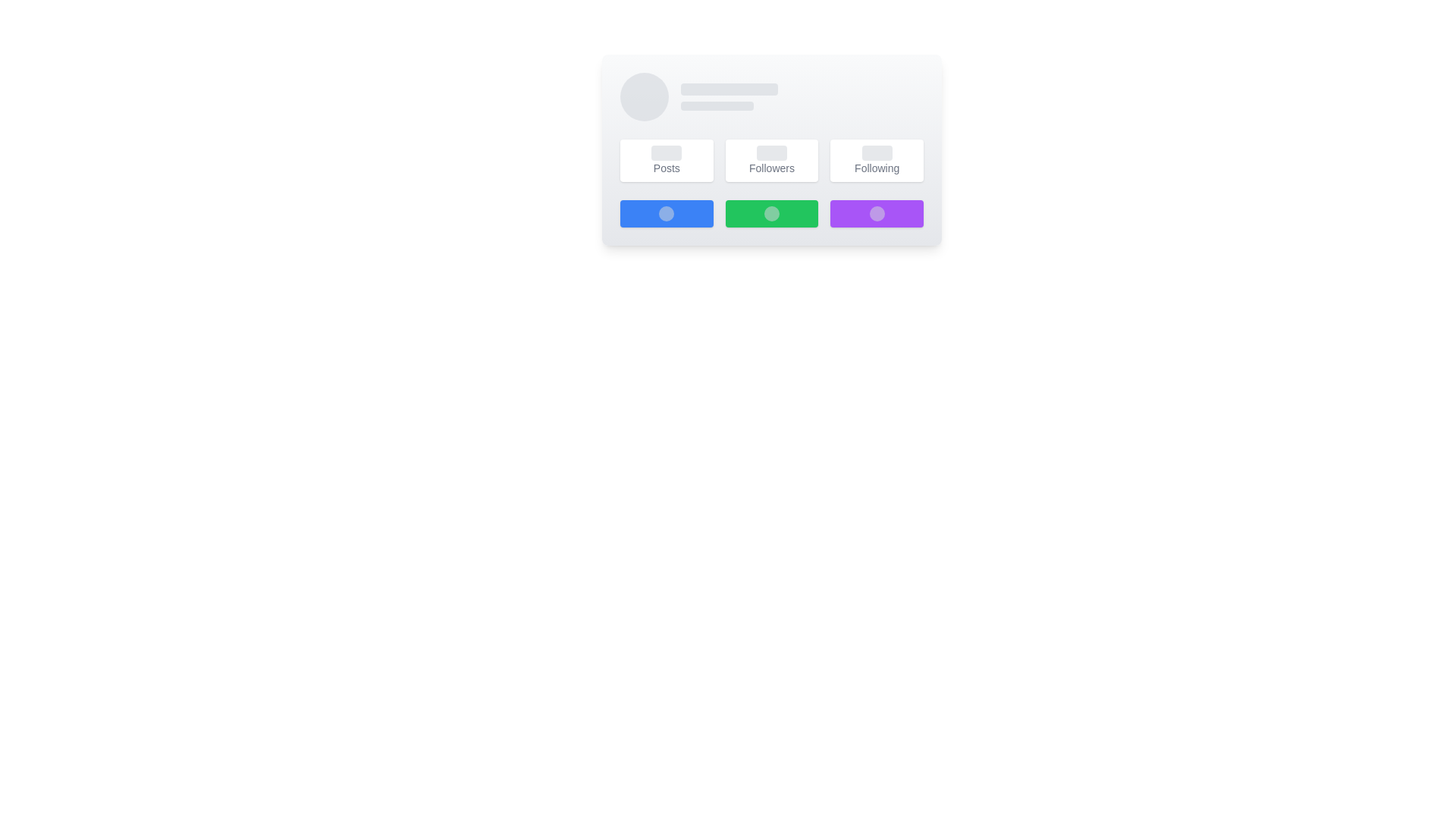 Image resolution: width=1456 pixels, height=819 pixels. What do you see at coordinates (667, 152) in the screenshot?
I see `the visual display of the placeholder element with a light gray background, rounded corners, located at the top of the 'Posts' card` at bounding box center [667, 152].